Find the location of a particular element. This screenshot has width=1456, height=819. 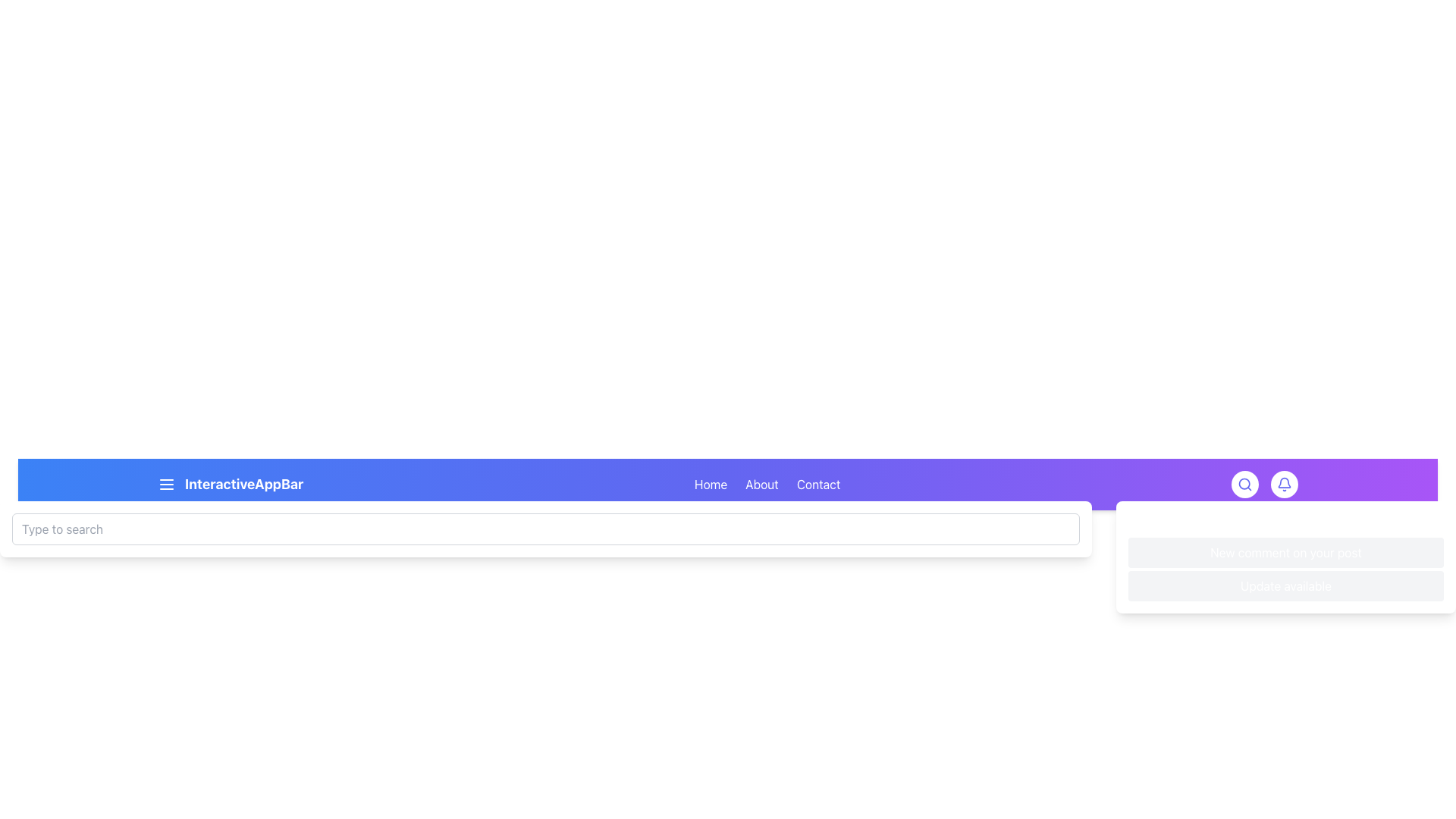

the notification button located at the top-right corner of the navigation bar, adjacent to the search icon is located at coordinates (1284, 485).